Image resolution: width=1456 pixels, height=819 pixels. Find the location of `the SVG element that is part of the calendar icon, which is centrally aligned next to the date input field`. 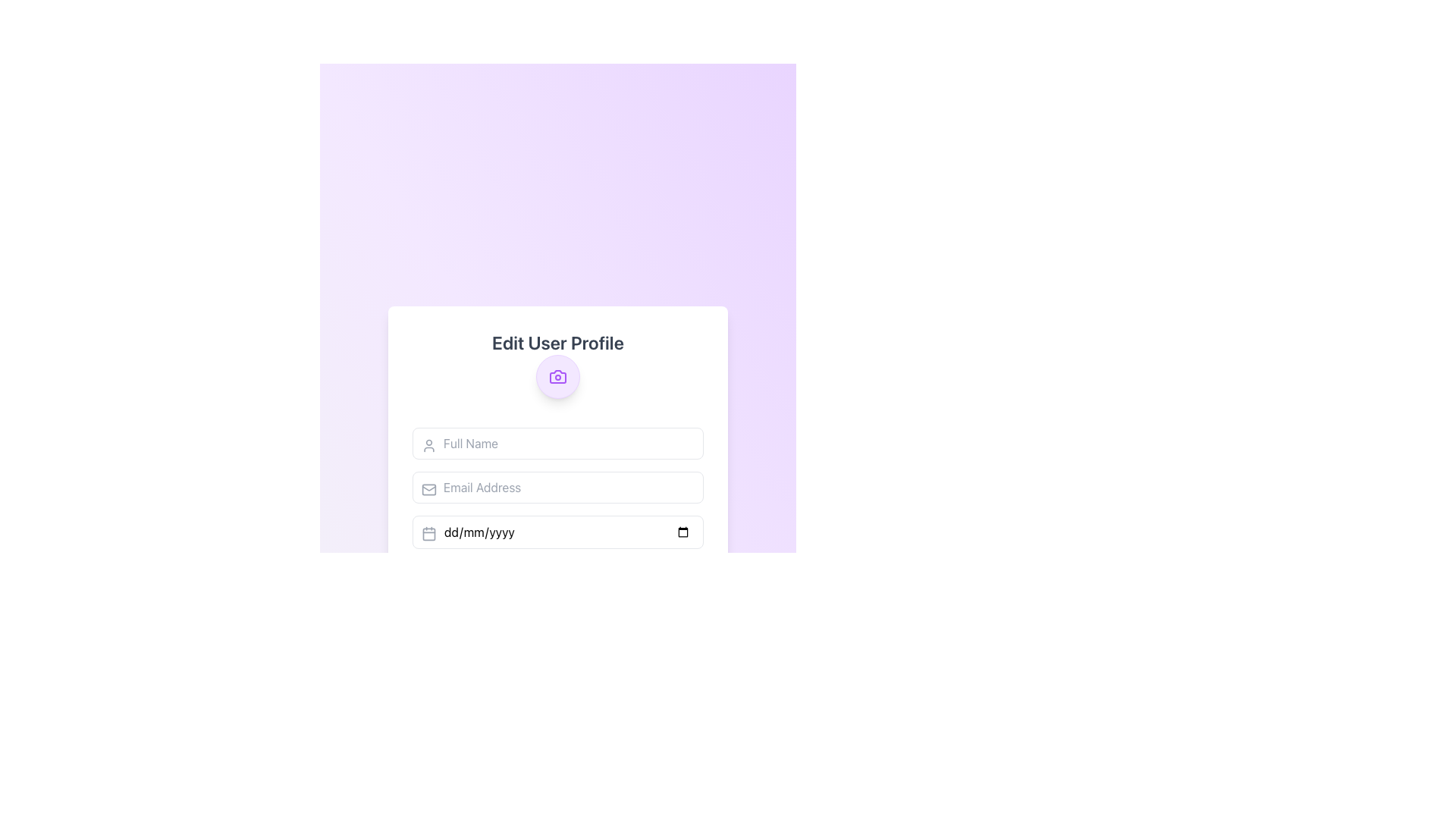

the SVG element that is part of the calendar icon, which is centrally aligned next to the date input field is located at coordinates (428, 533).